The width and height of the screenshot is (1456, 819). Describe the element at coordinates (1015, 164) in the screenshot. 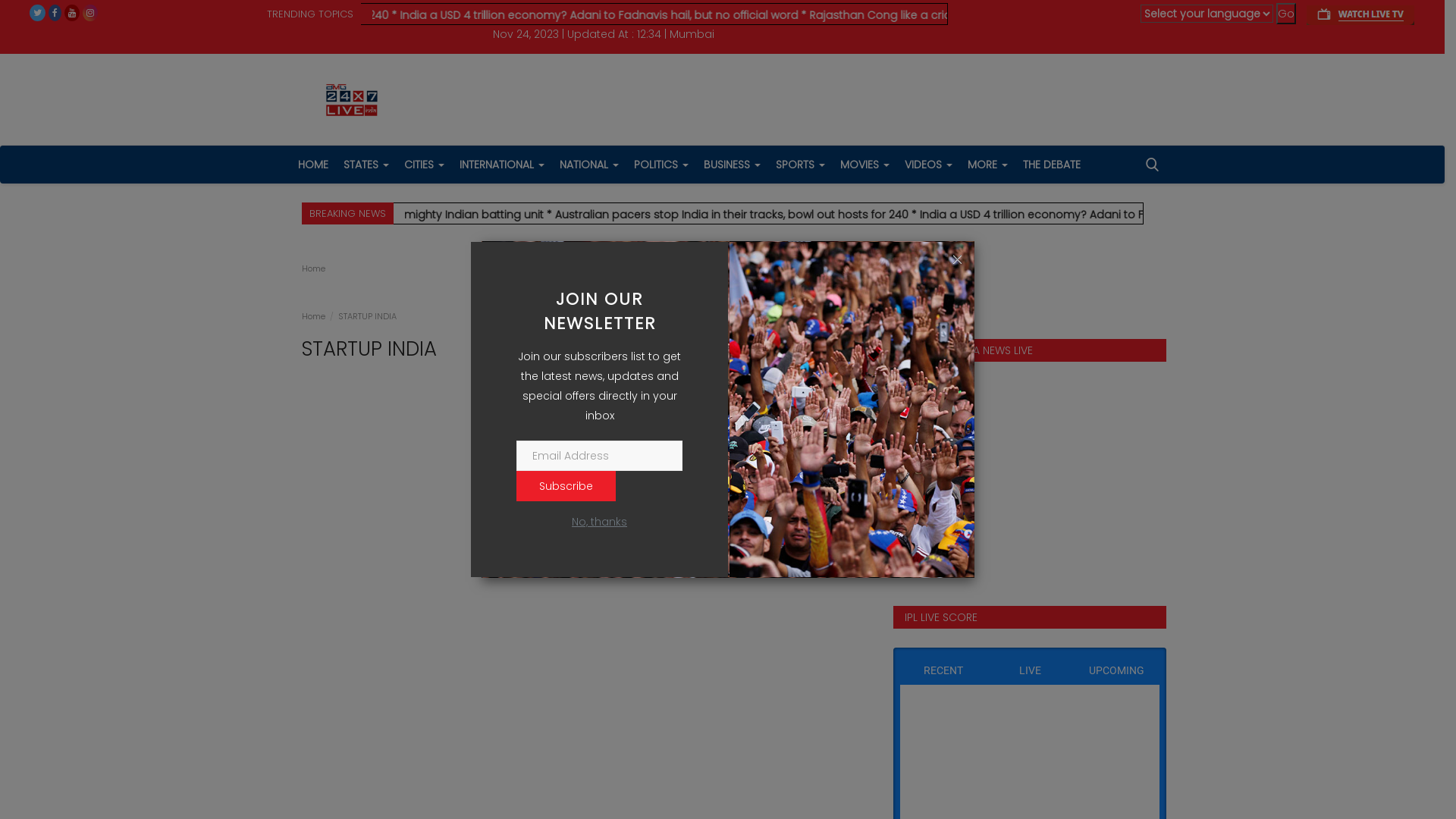

I see `'THE DEBATE'` at that location.